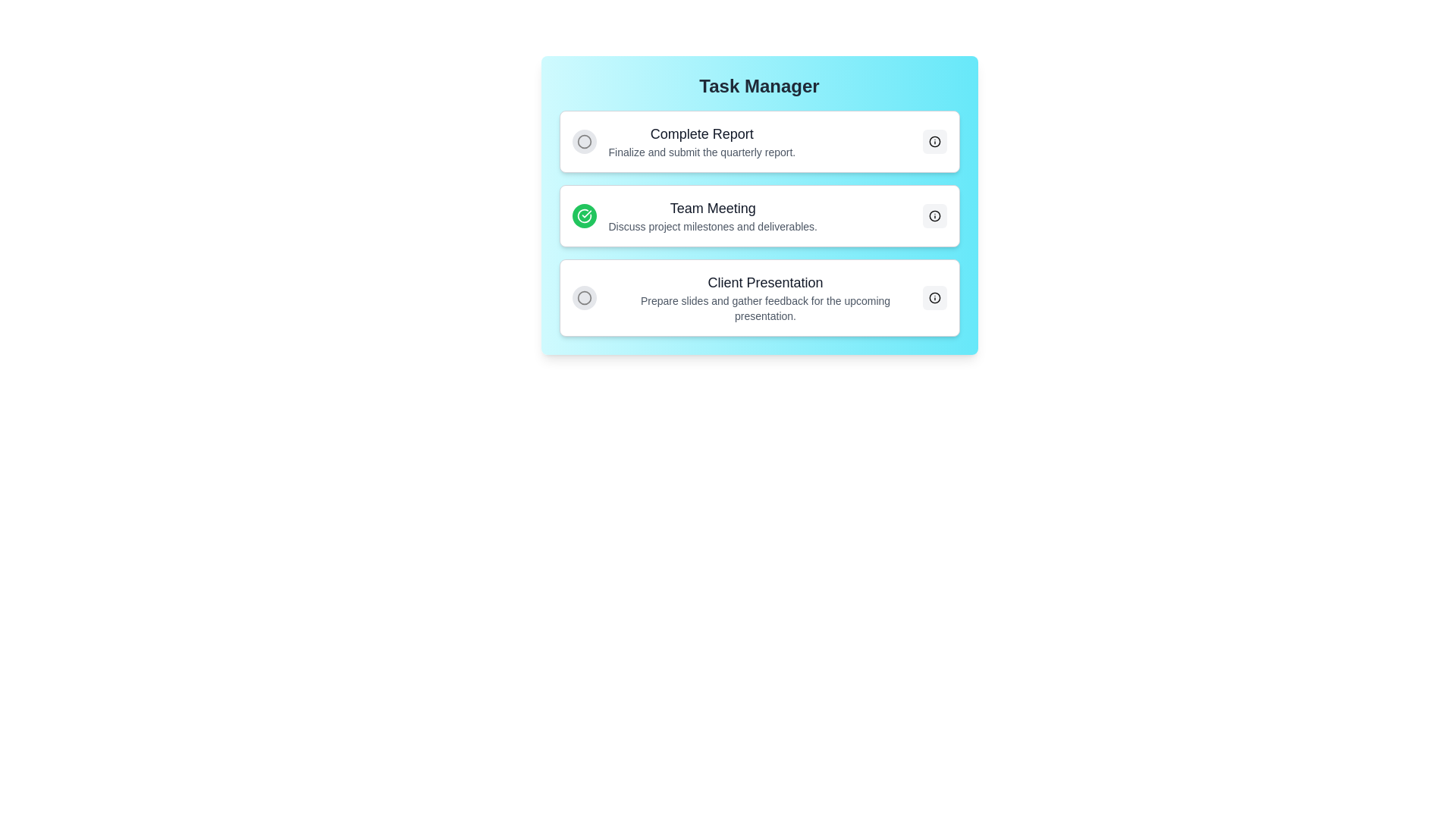  Describe the element at coordinates (712, 216) in the screenshot. I see `task details from the 'Team Meeting' text block element, which includes the title and description, located in the center of the interface within a card-like structure` at that location.